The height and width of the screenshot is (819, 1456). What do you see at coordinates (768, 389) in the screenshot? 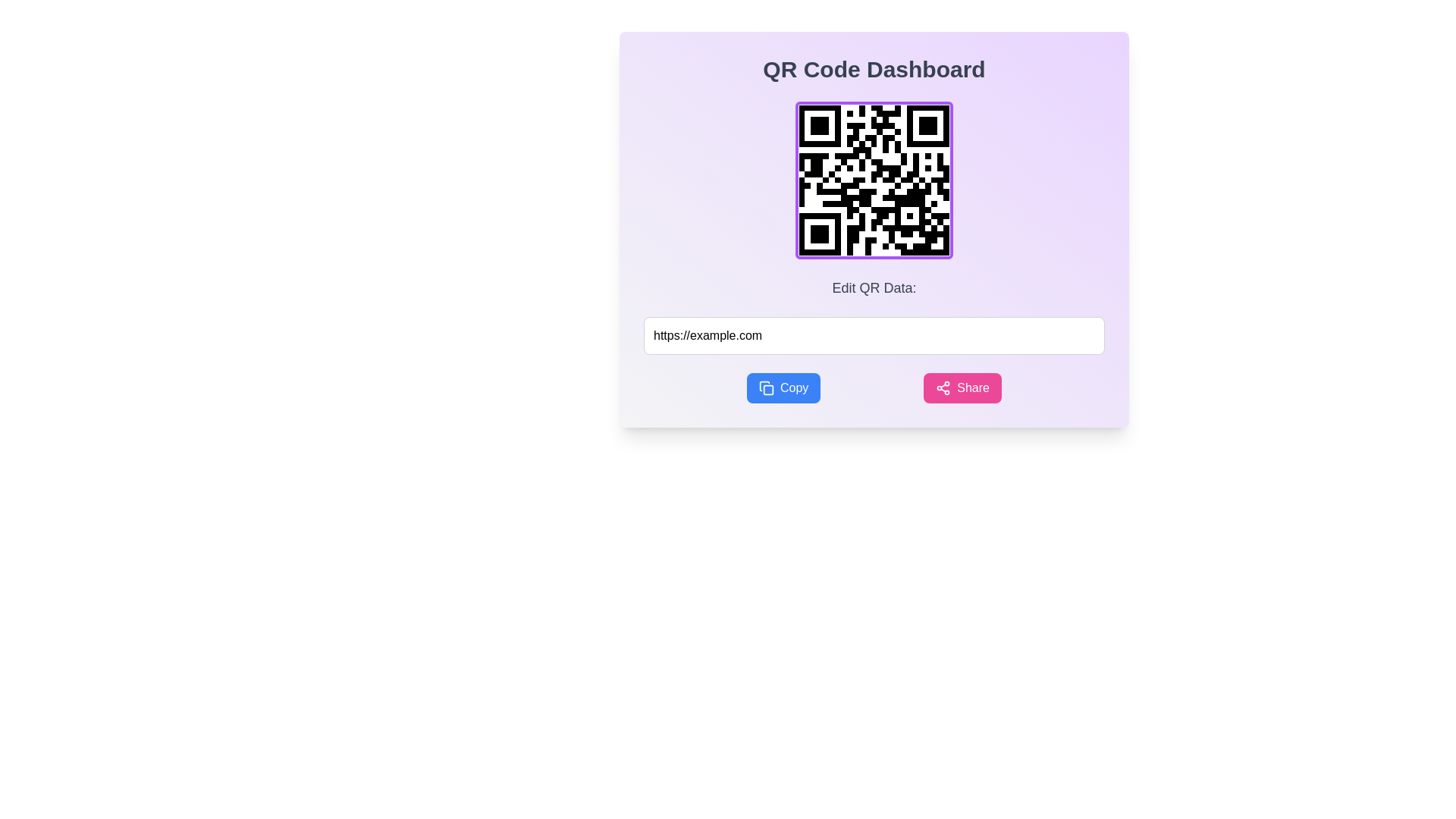
I see `the 'Copy' icon located within the blue button at the bottom left of the card interface, which visually represents the copy action` at bounding box center [768, 389].